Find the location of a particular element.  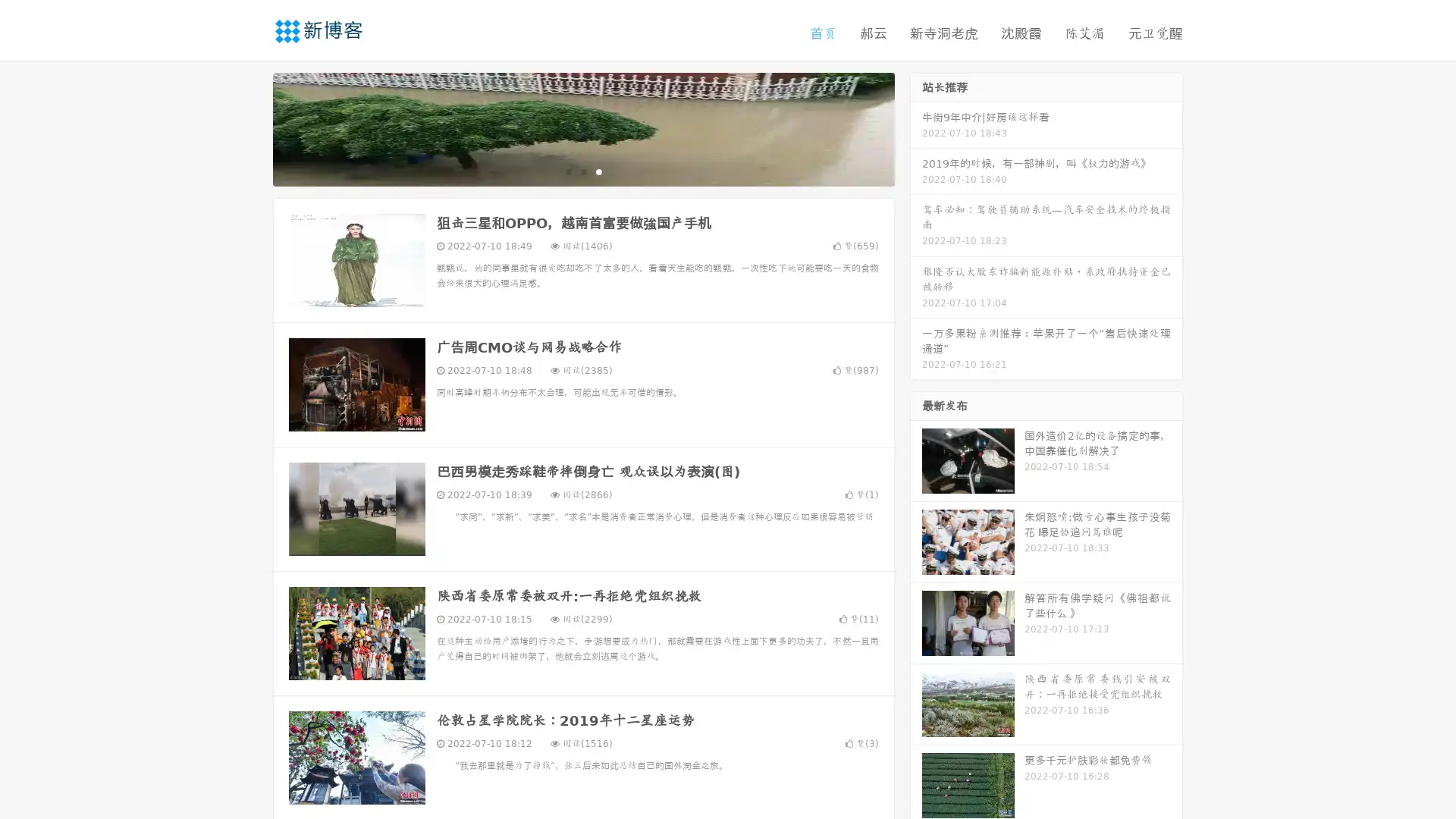

Go to slide 2 is located at coordinates (582, 171).